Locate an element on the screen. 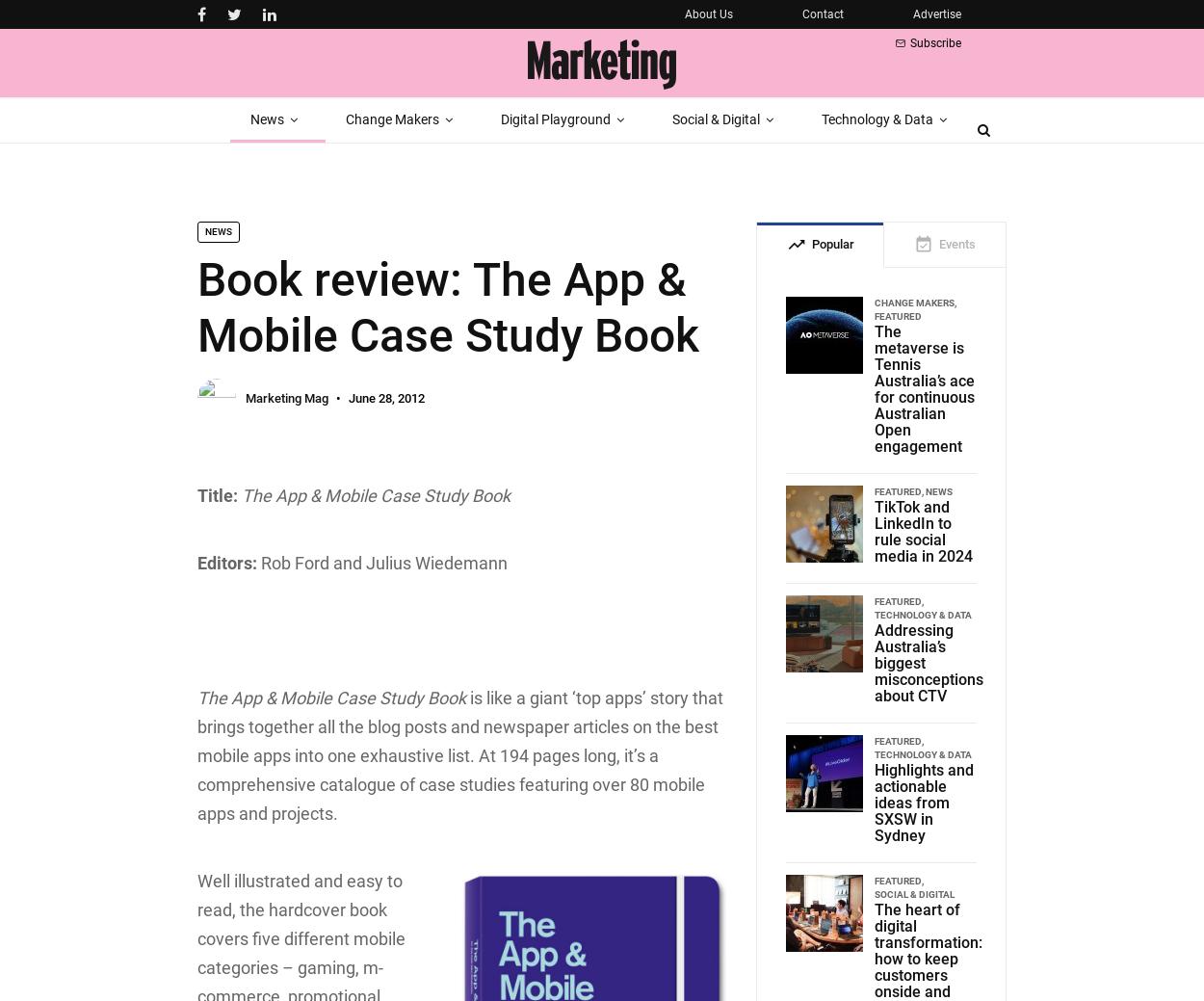  'Popular' is located at coordinates (831, 244).